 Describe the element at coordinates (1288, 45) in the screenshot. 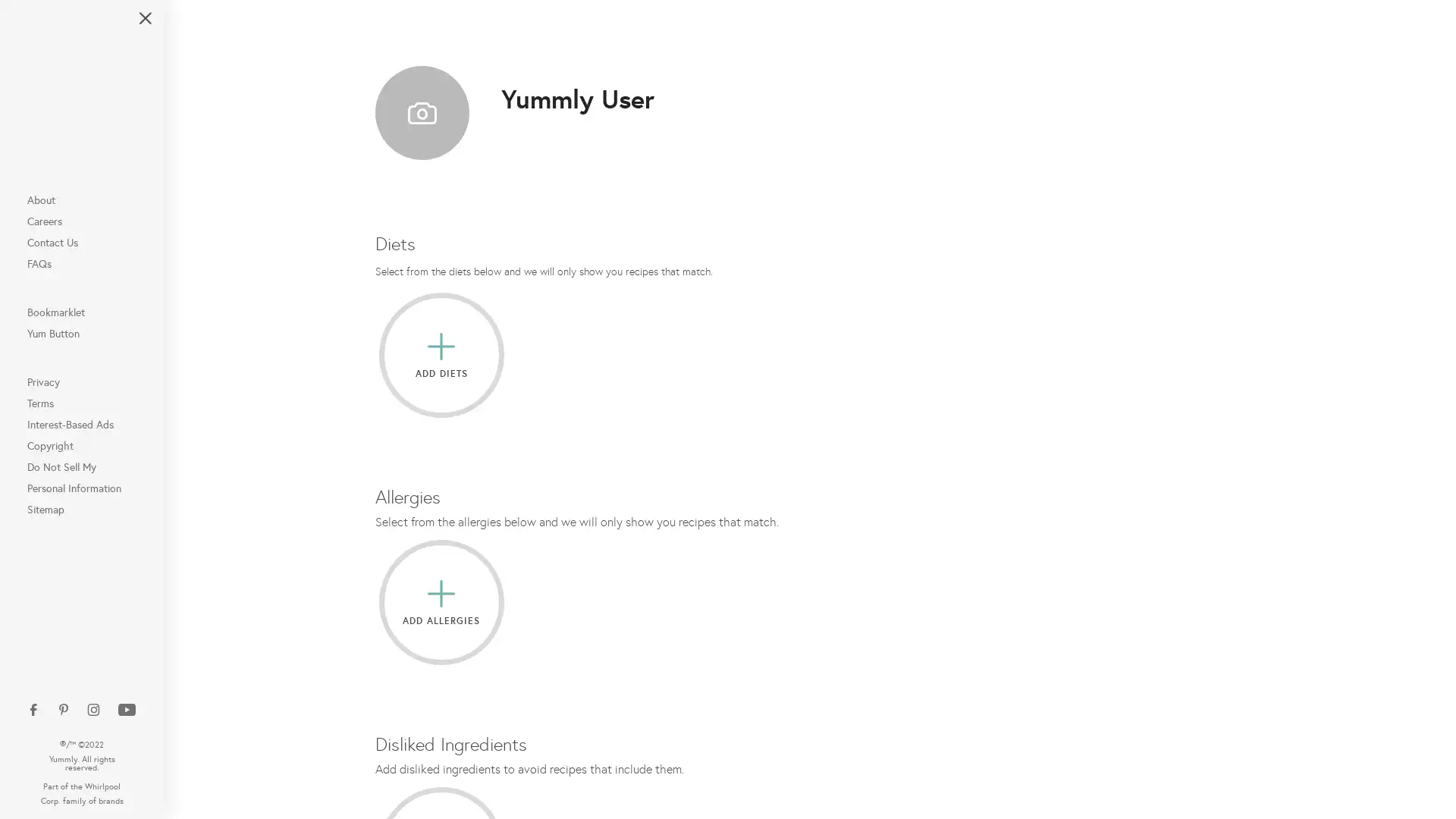

I see `Search for Recipes` at that location.